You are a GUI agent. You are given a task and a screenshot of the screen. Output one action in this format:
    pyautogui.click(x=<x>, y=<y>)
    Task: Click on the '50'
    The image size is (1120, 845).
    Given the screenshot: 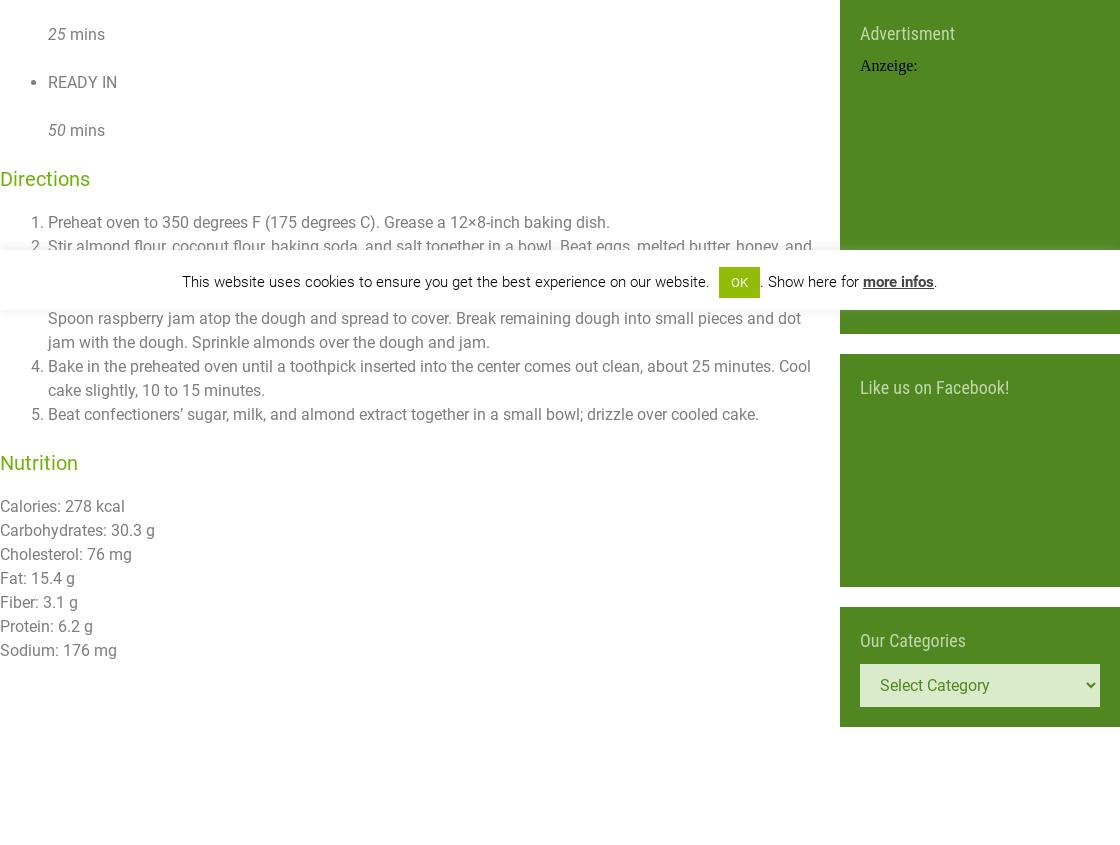 What is the action you would take?
    pyautogui.click(x=48, y=130)
    